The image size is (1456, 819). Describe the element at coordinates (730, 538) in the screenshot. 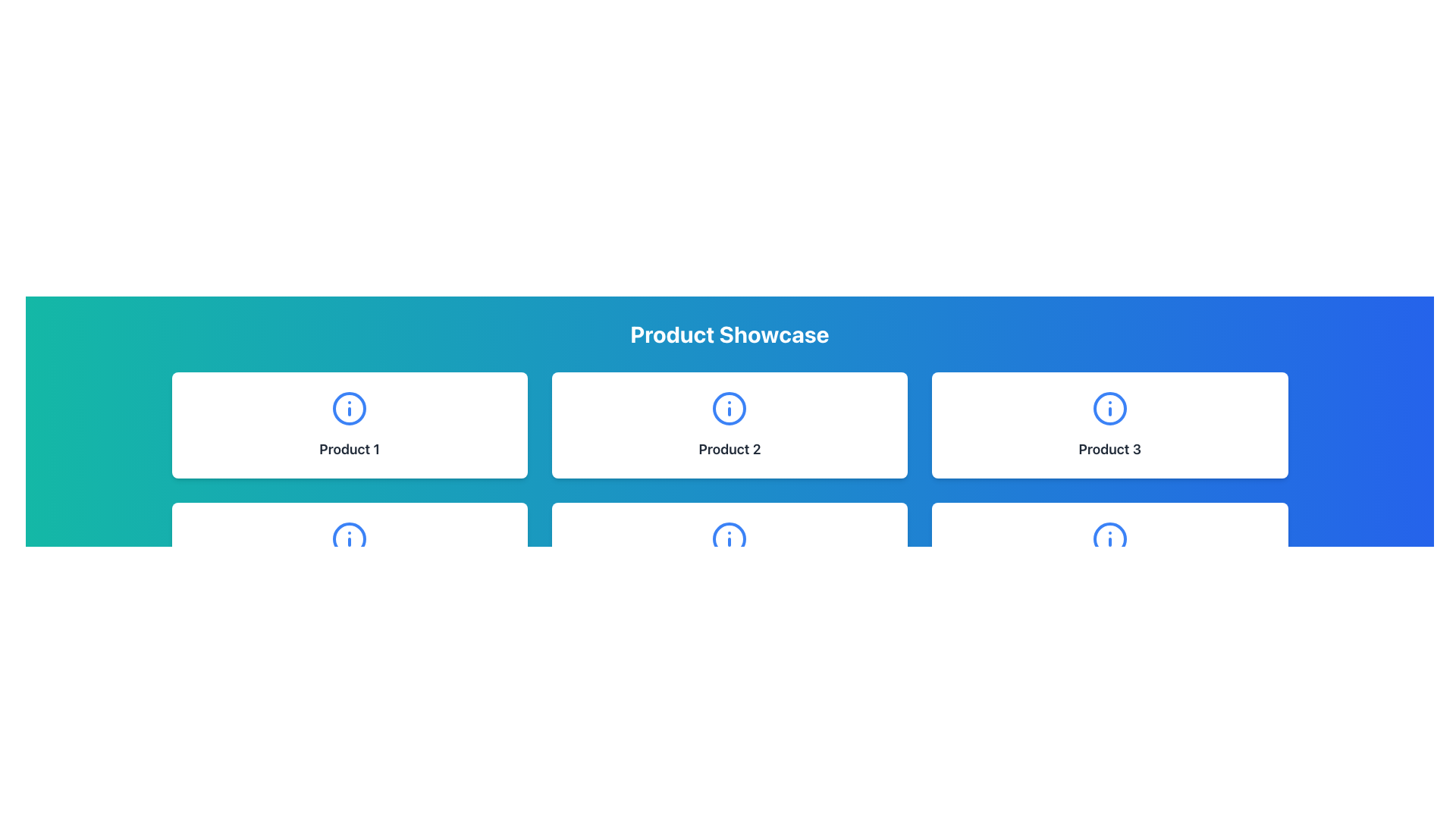

I see `the SVG circle background element of the information icon located within the bottom SVG icon in the second row of the 'Product Showcase' section, directly below the 'Product 2' card` at that location.